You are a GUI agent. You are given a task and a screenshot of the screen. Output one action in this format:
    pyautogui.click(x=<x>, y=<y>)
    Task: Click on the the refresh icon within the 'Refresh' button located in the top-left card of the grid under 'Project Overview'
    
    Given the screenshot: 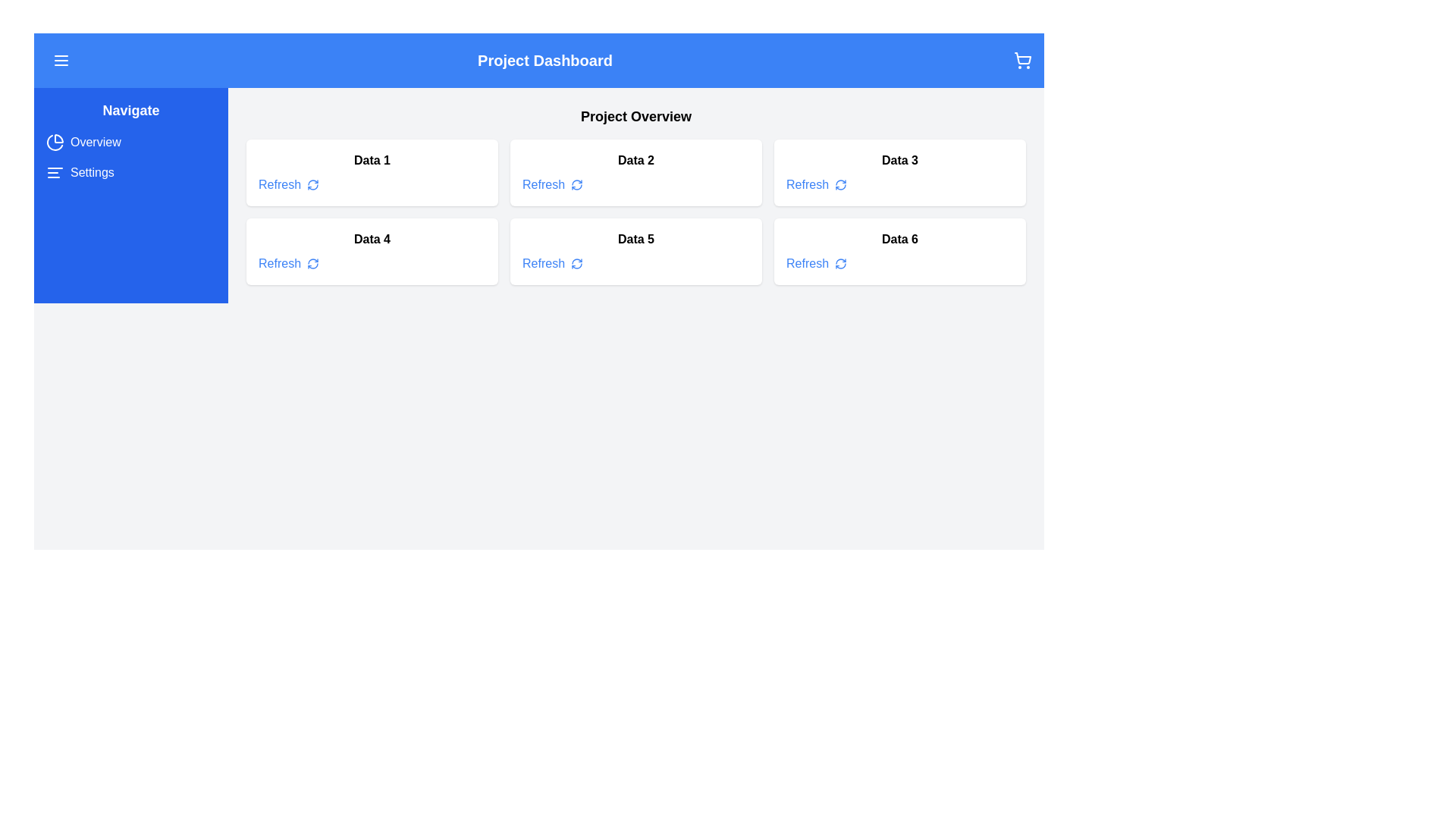 What is the action you would take?
    pyautogui.click(x=312, y=184)
    